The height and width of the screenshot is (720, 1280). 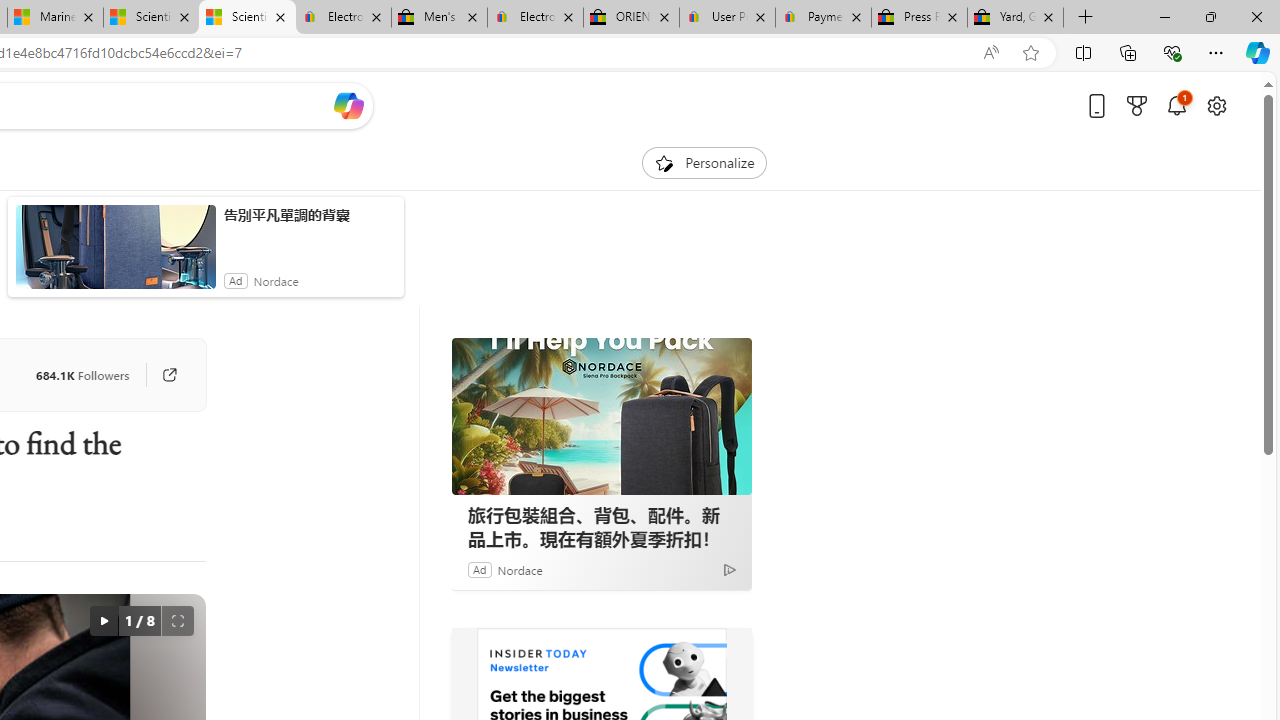 What do you see at coordinates (169, 375) in the screenshot?
I see `'Go to publisher'` at bounding box center [169, 375].